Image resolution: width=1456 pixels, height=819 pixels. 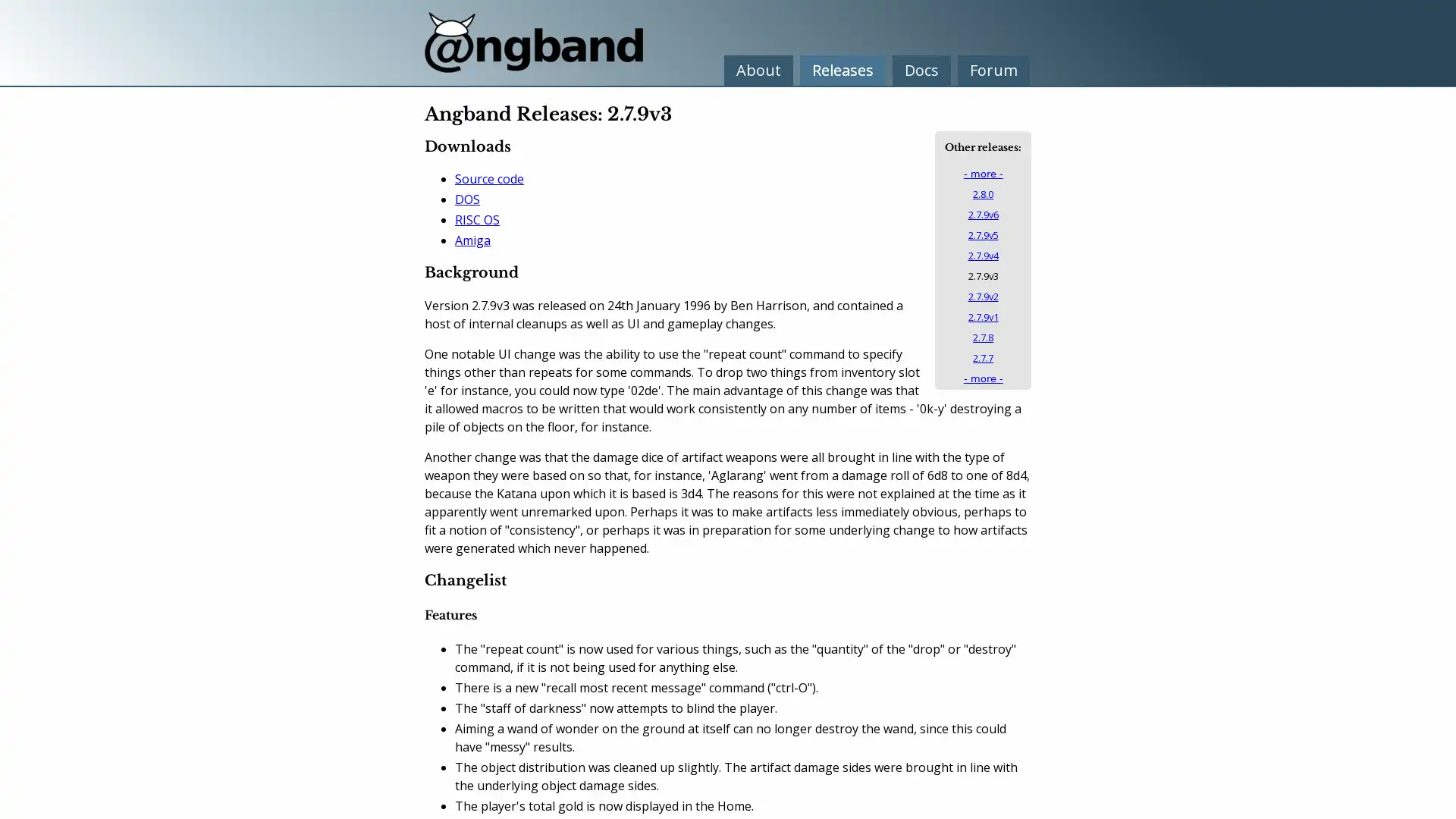 What do you see at coordinates (983, 378) in the screenshot?
I see `- more -` at bounding box center [983, 378].